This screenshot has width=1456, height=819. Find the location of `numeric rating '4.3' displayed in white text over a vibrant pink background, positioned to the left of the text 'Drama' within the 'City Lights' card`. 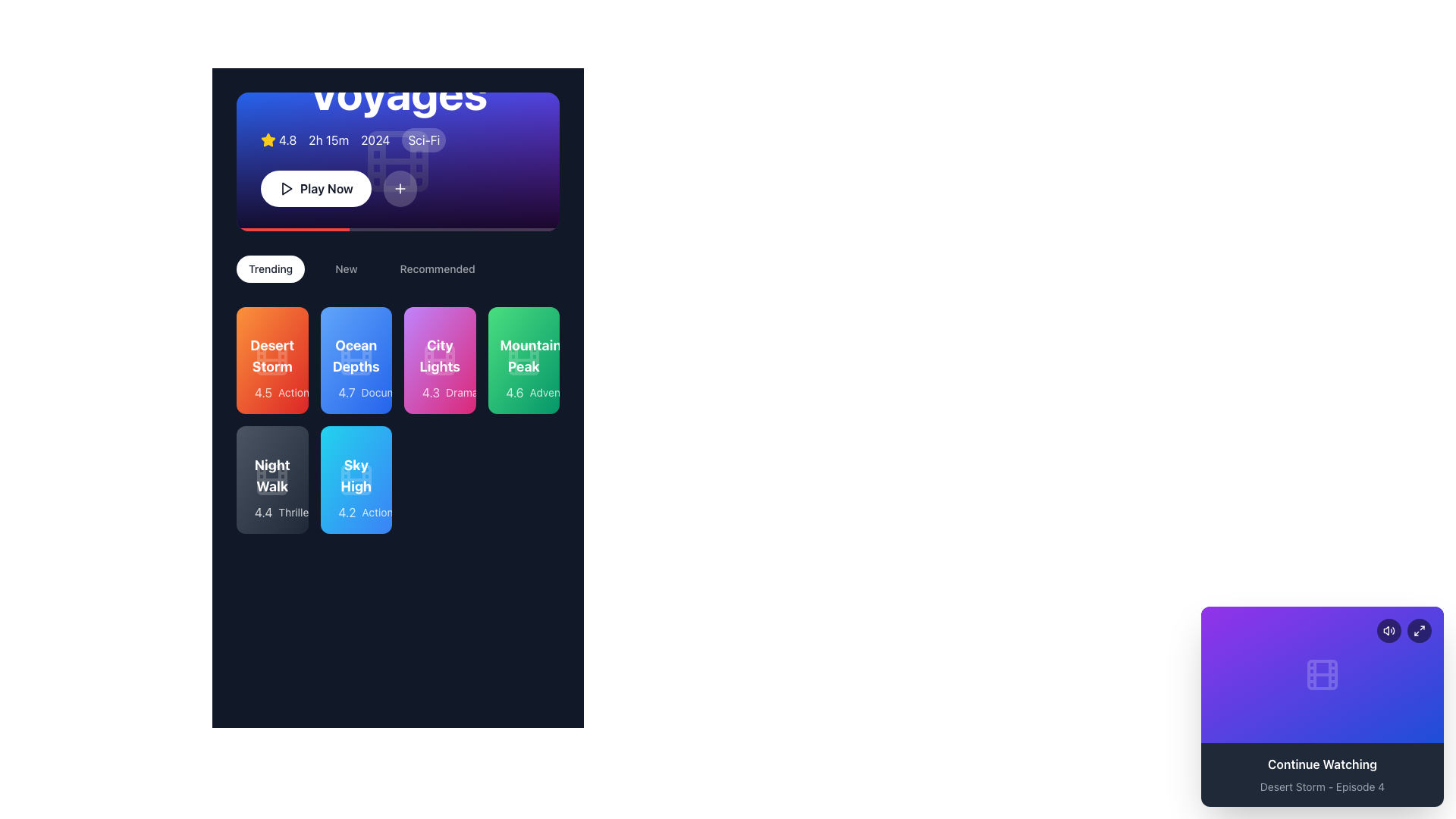

numeric rating '4.3' displayed in white text over a vibrant pink background, positioned to the left of the text 'Drama' within the 'City Lights' card is located at coordinates (430, 392).